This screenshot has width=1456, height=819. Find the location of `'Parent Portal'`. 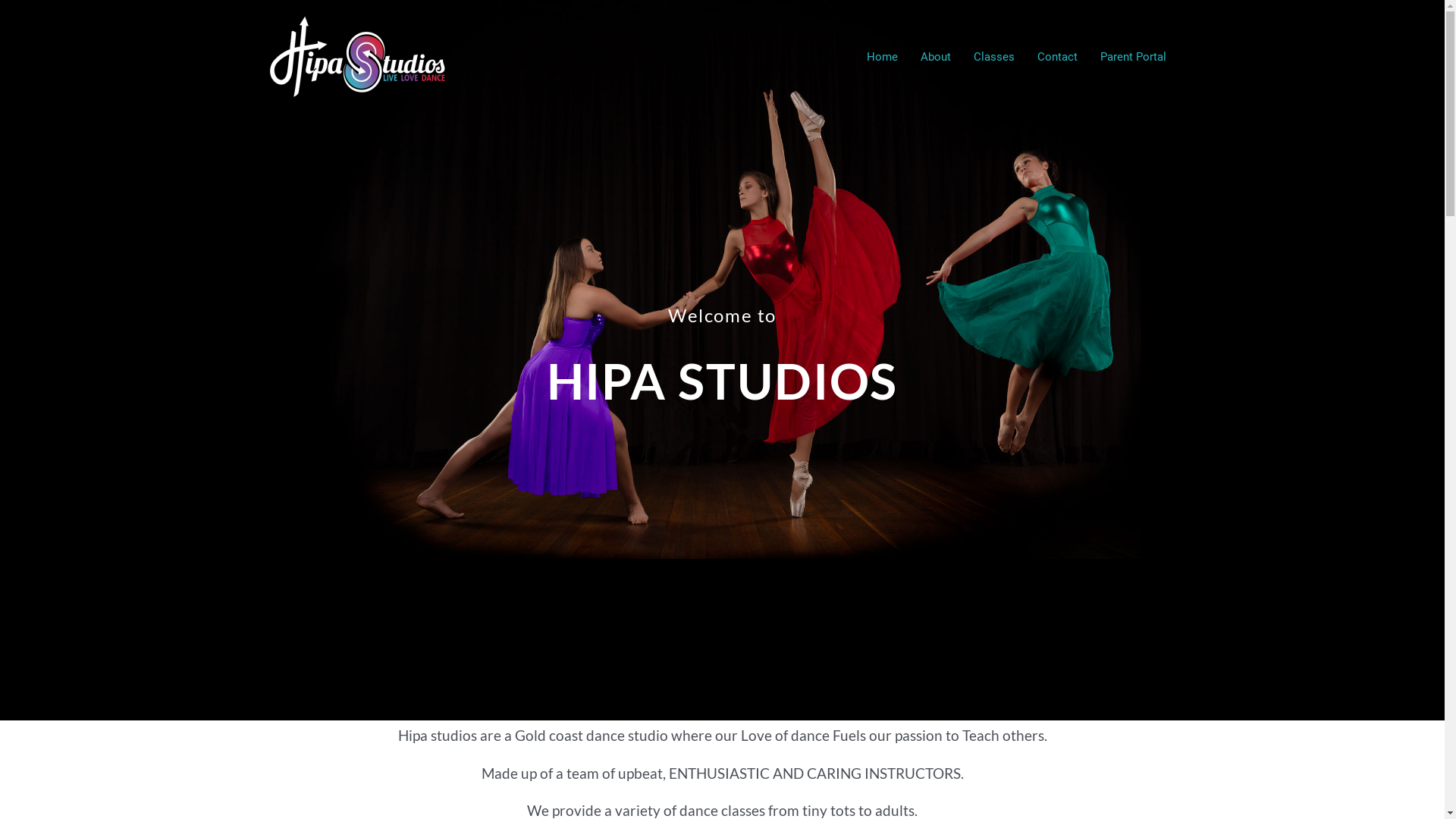

'Parent Portal' is located at coordinates (1087, 55).